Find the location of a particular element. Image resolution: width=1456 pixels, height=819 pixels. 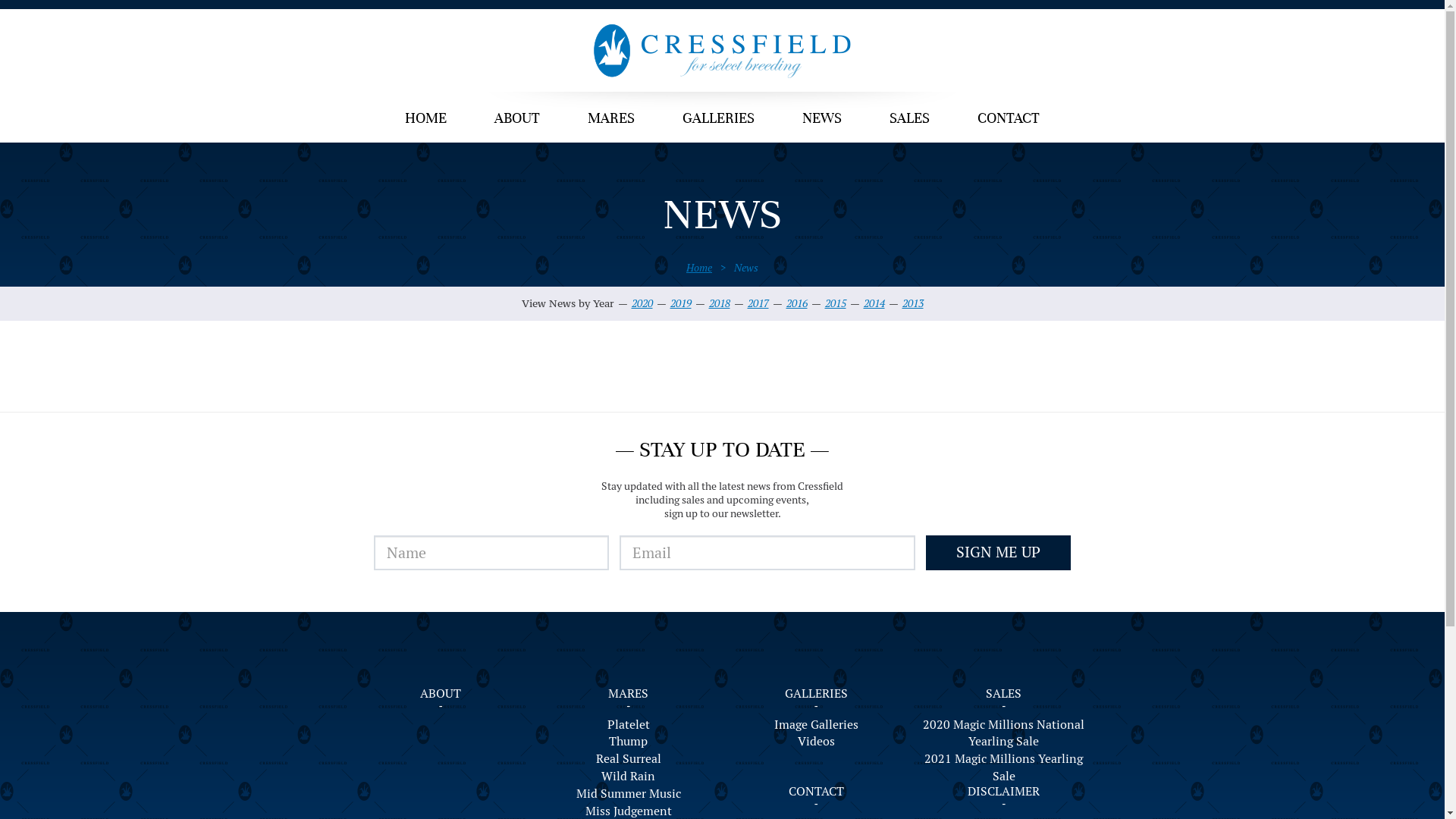

'NEWS' is located at coordinates (821, 119).